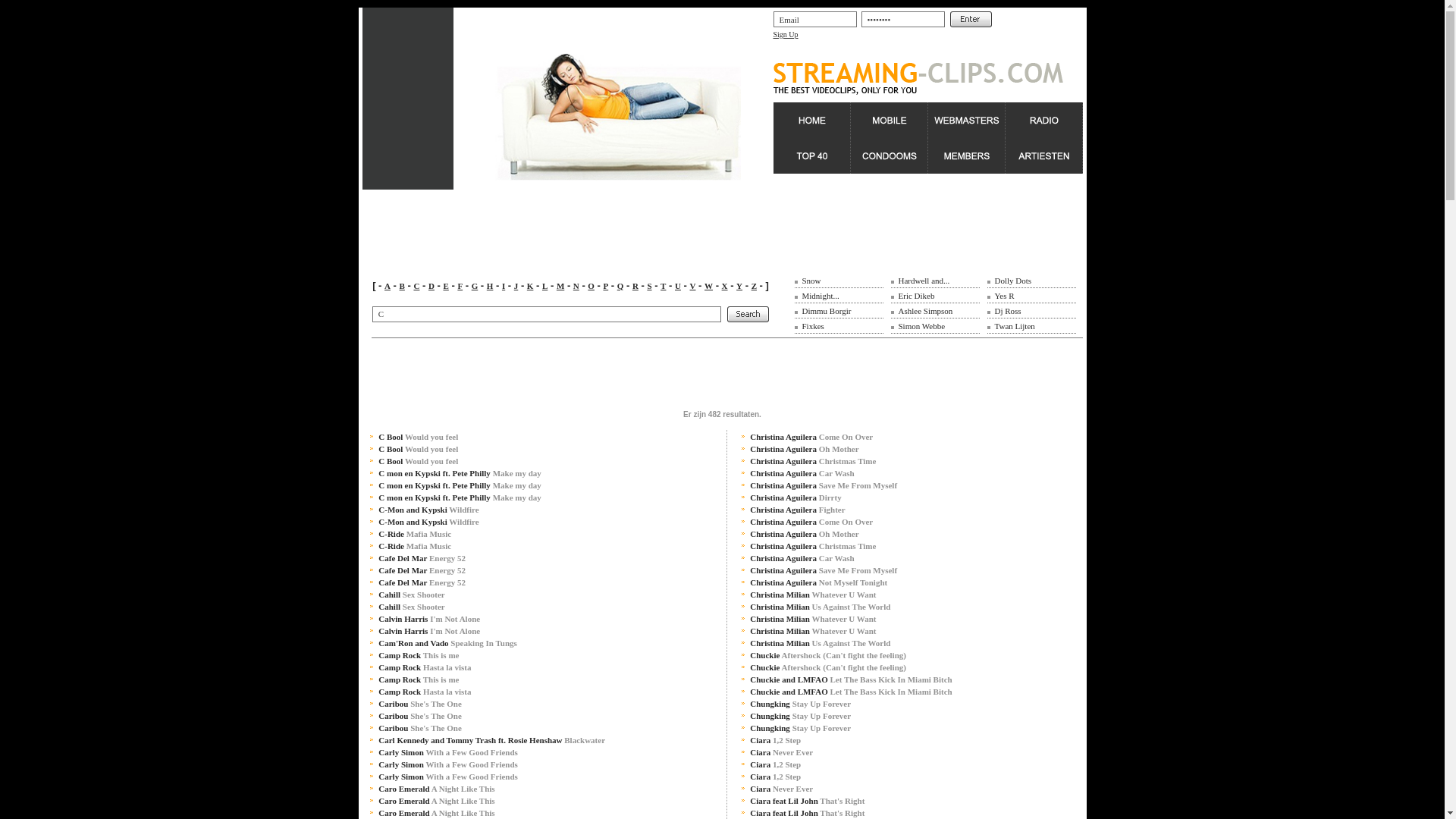 The image size is (1456, 819). I want to click on 'F', so click(459, 286).